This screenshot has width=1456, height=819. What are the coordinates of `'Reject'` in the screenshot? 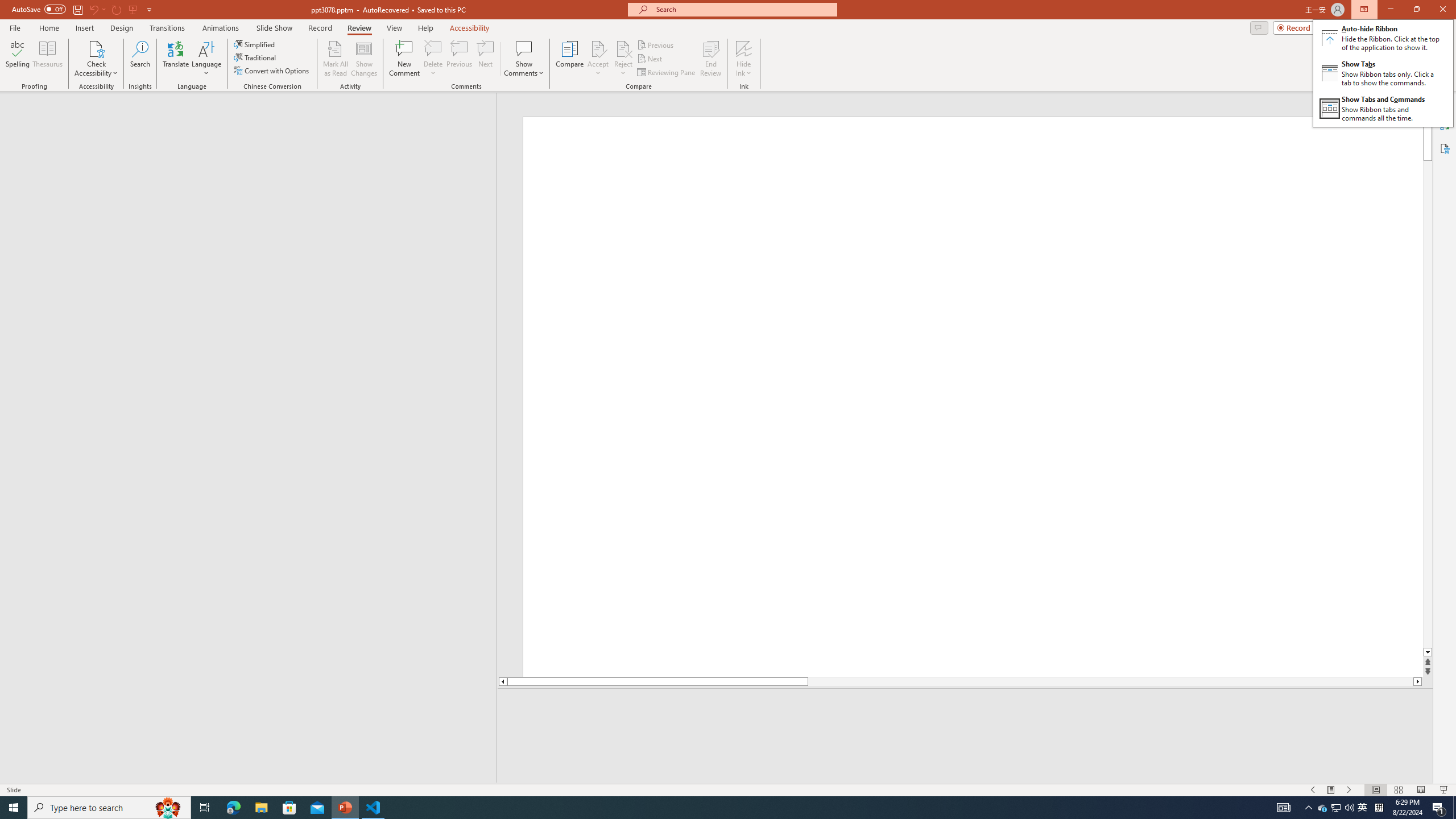 It's located at (622, 59).